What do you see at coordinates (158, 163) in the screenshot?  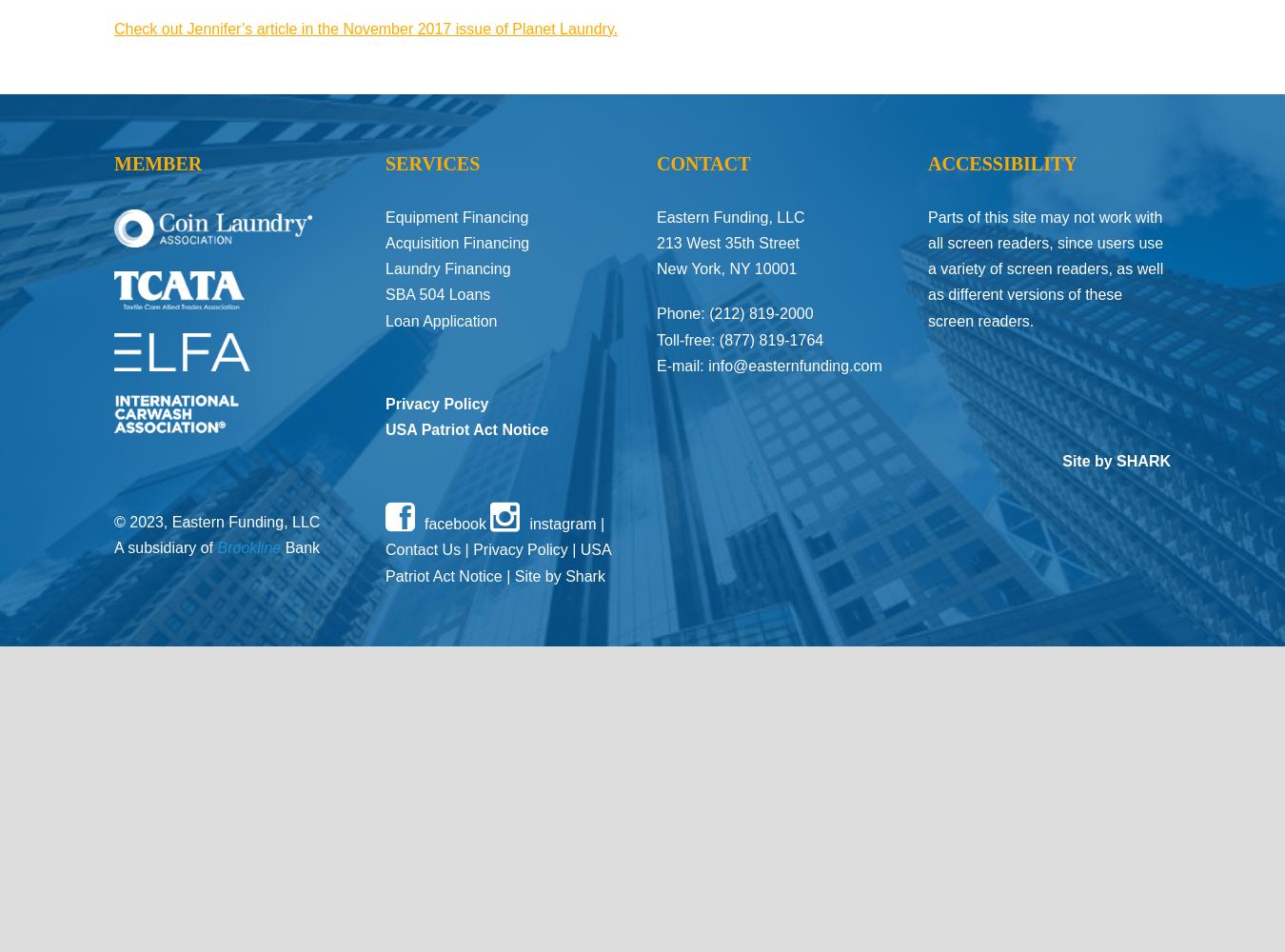 I see `'Member'` at bounding box center [158, 163].